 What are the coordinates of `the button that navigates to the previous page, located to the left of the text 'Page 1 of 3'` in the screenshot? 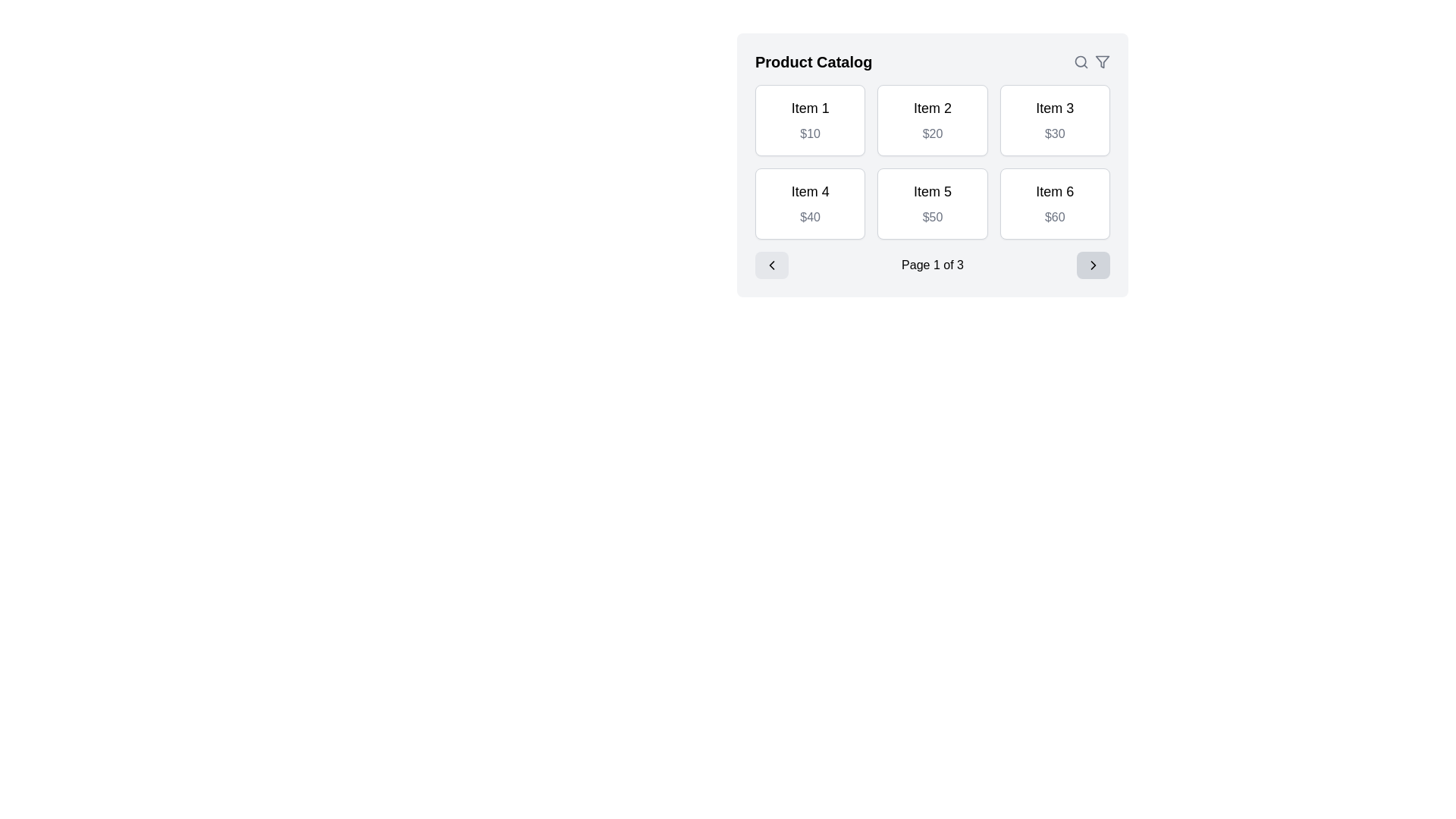 It's located at (771, 265).